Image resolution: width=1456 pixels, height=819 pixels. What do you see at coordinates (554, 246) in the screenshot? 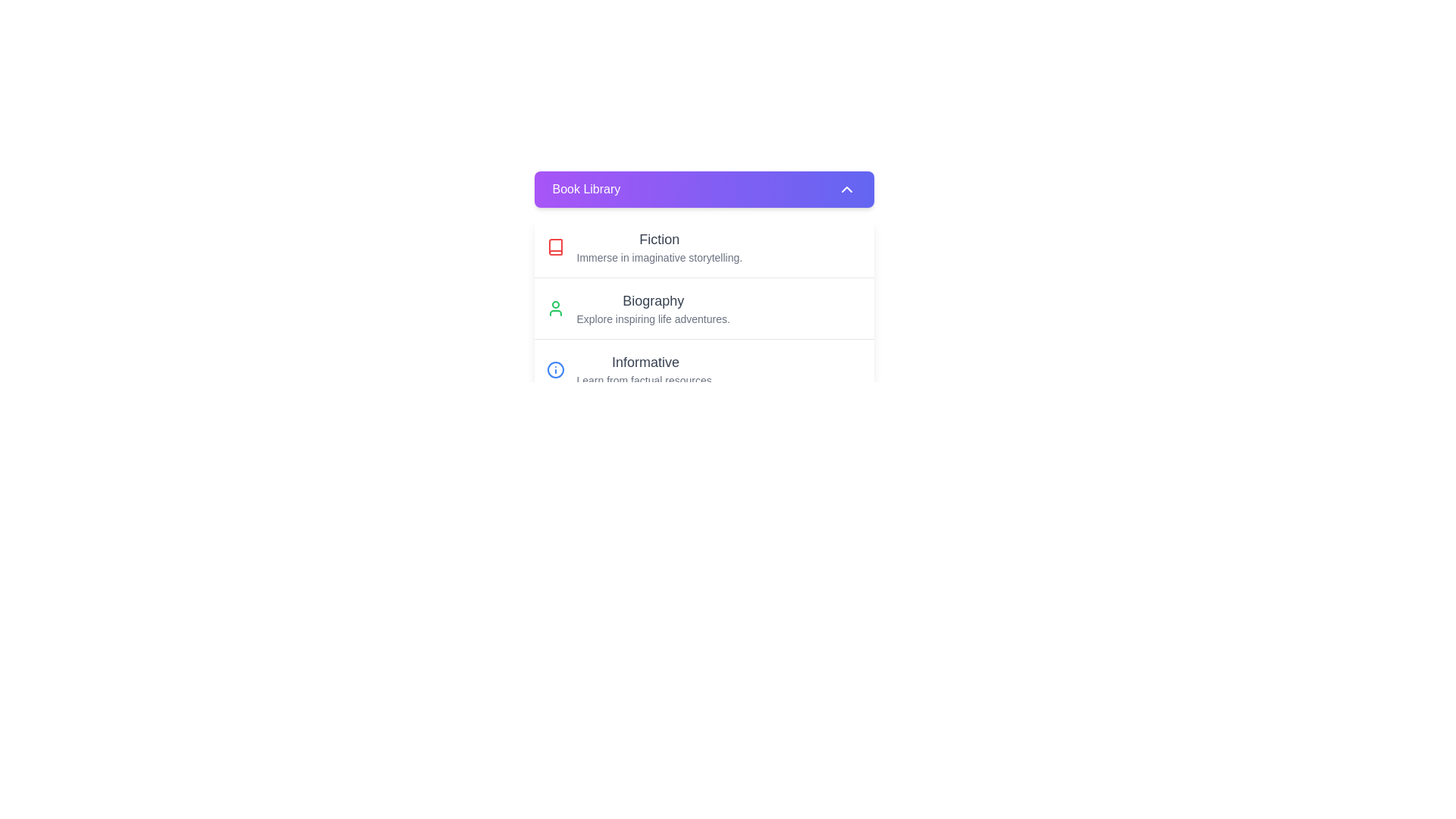
I see `the red book icon located to the left of the 'Fiction' label in the 'Book Library' interface` at bounding box center [554, 246].